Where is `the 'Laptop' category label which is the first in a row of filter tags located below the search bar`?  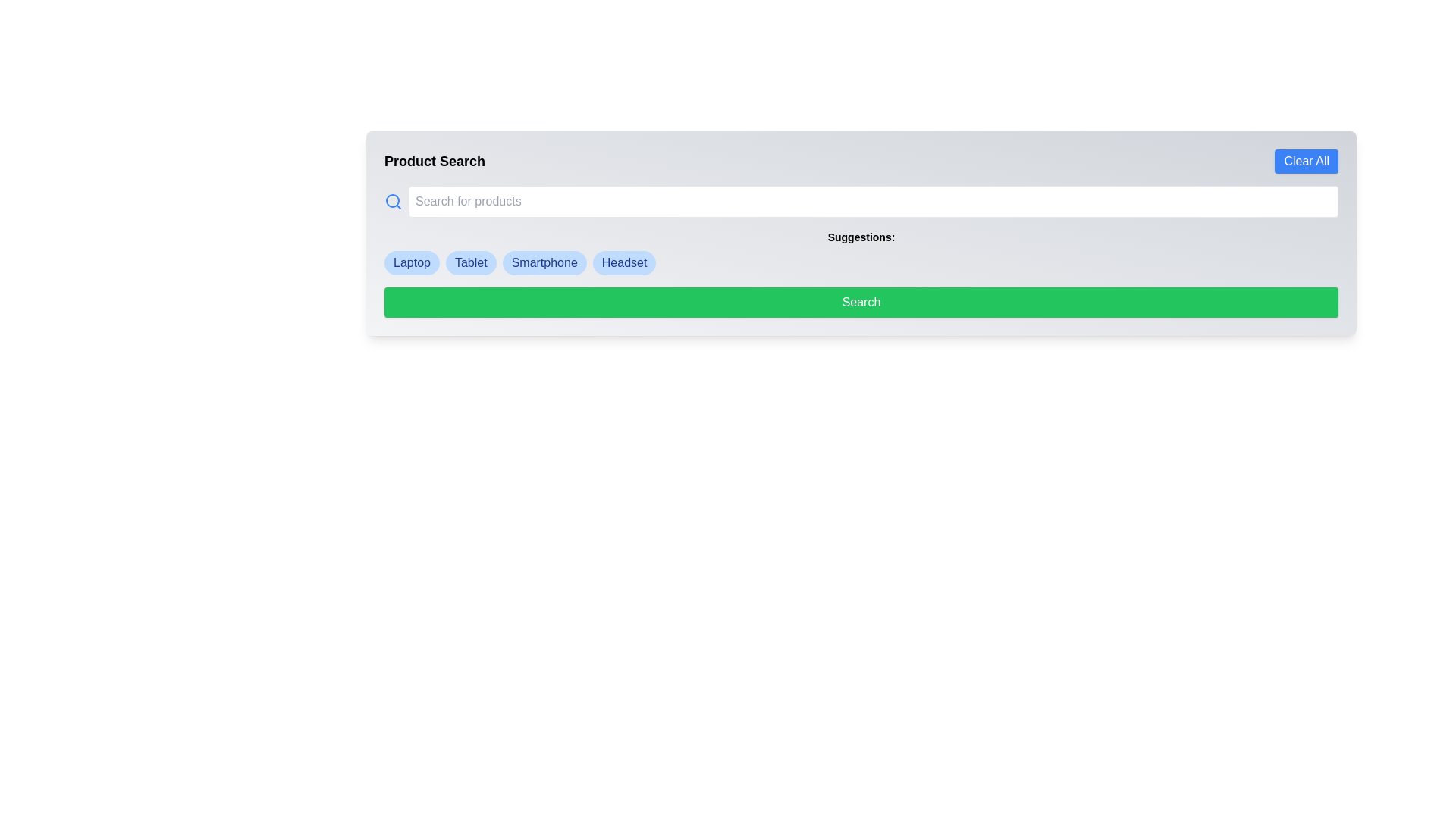
the 'Laptop' category label which is the first in a row of filter tags located below the search bar is located at coordinates (412, 262).